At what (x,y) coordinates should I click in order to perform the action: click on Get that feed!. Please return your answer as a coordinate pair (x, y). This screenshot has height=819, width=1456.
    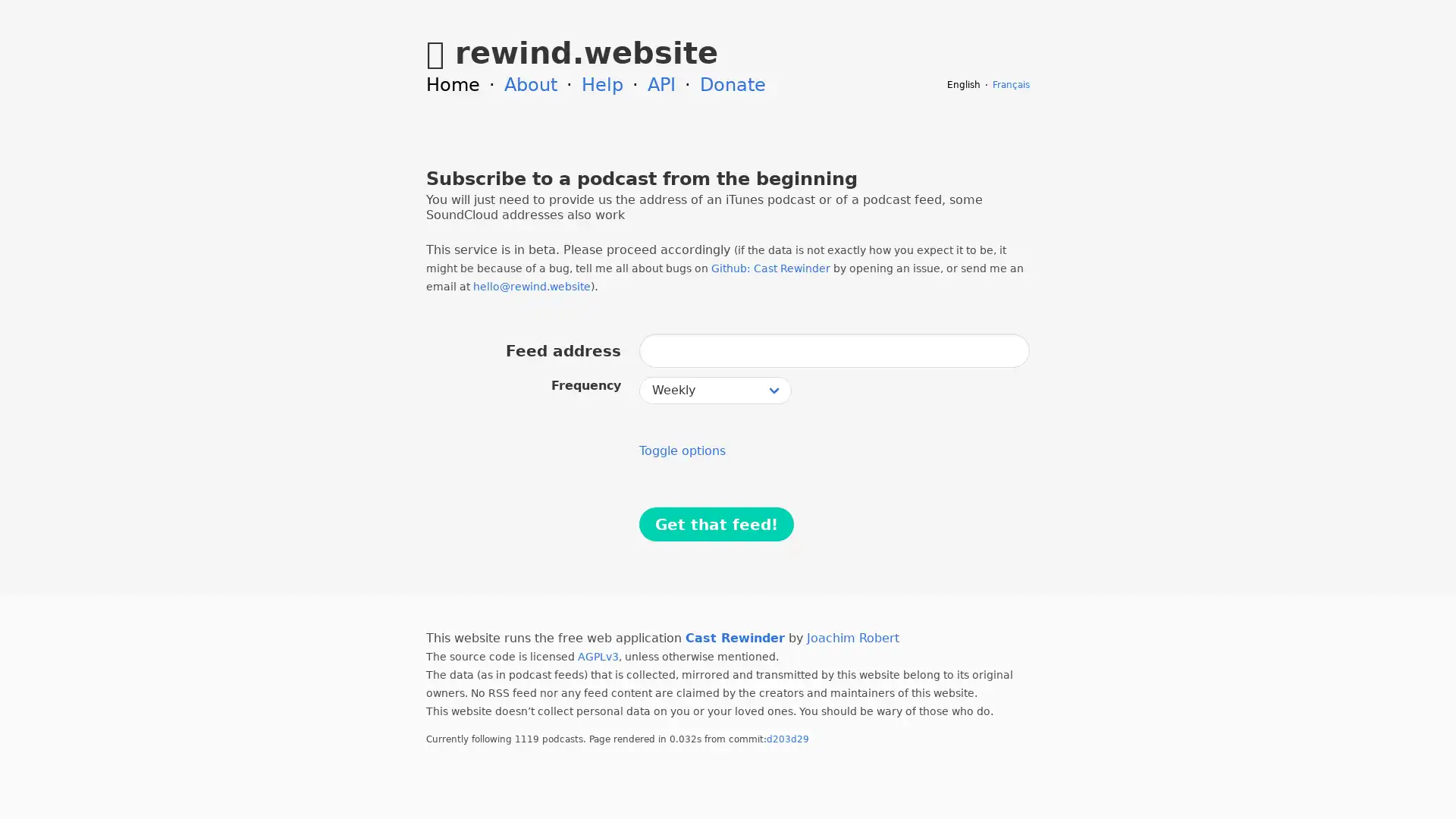
    Looking at the image, I should click on (716, 523).